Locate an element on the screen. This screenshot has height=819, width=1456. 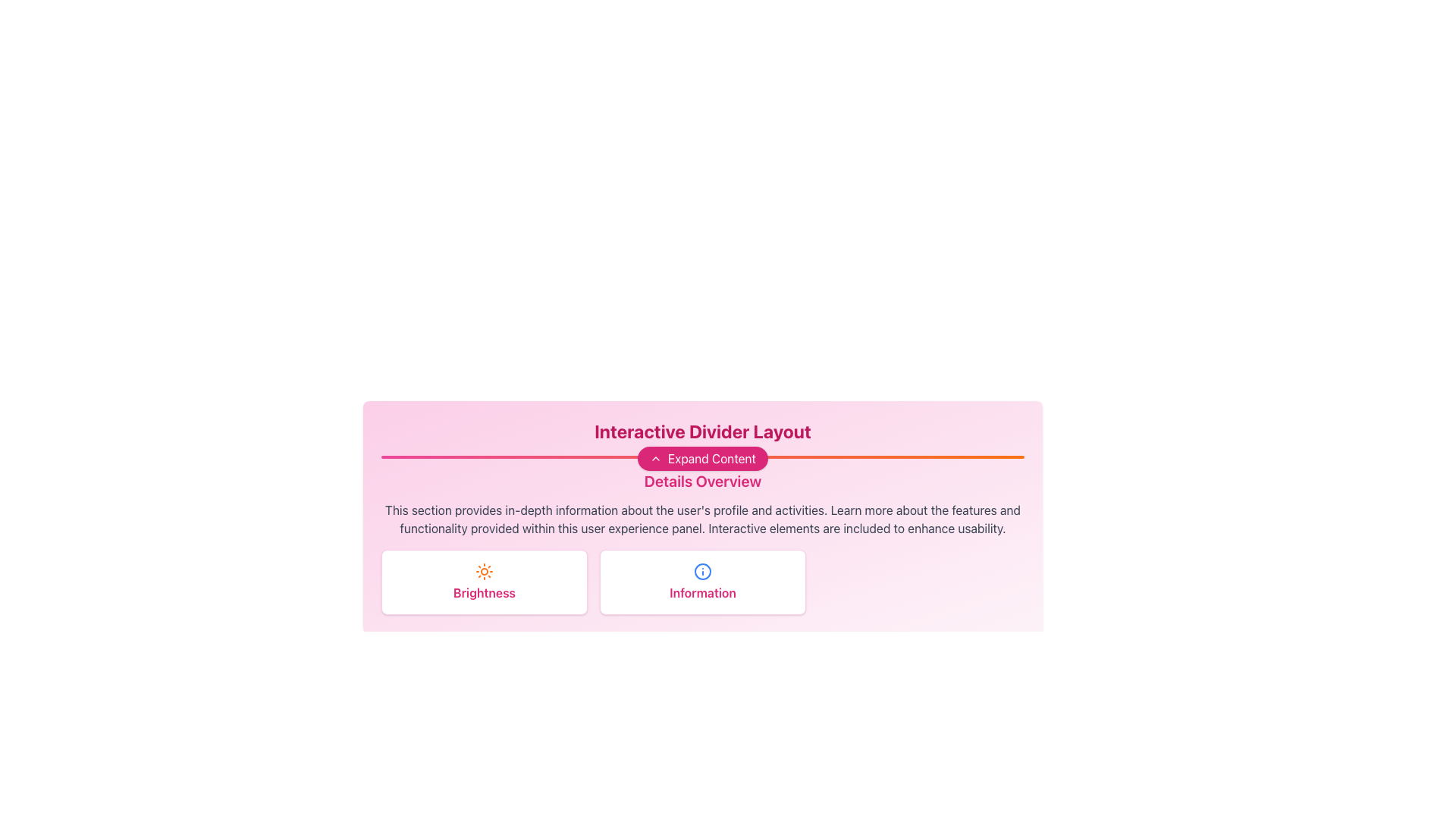
the text label that reads 'Information', which is styled in pink with a bold font, located at the bottom-center of the interface beneath a blue information icon is located at coordinates (701, 592).